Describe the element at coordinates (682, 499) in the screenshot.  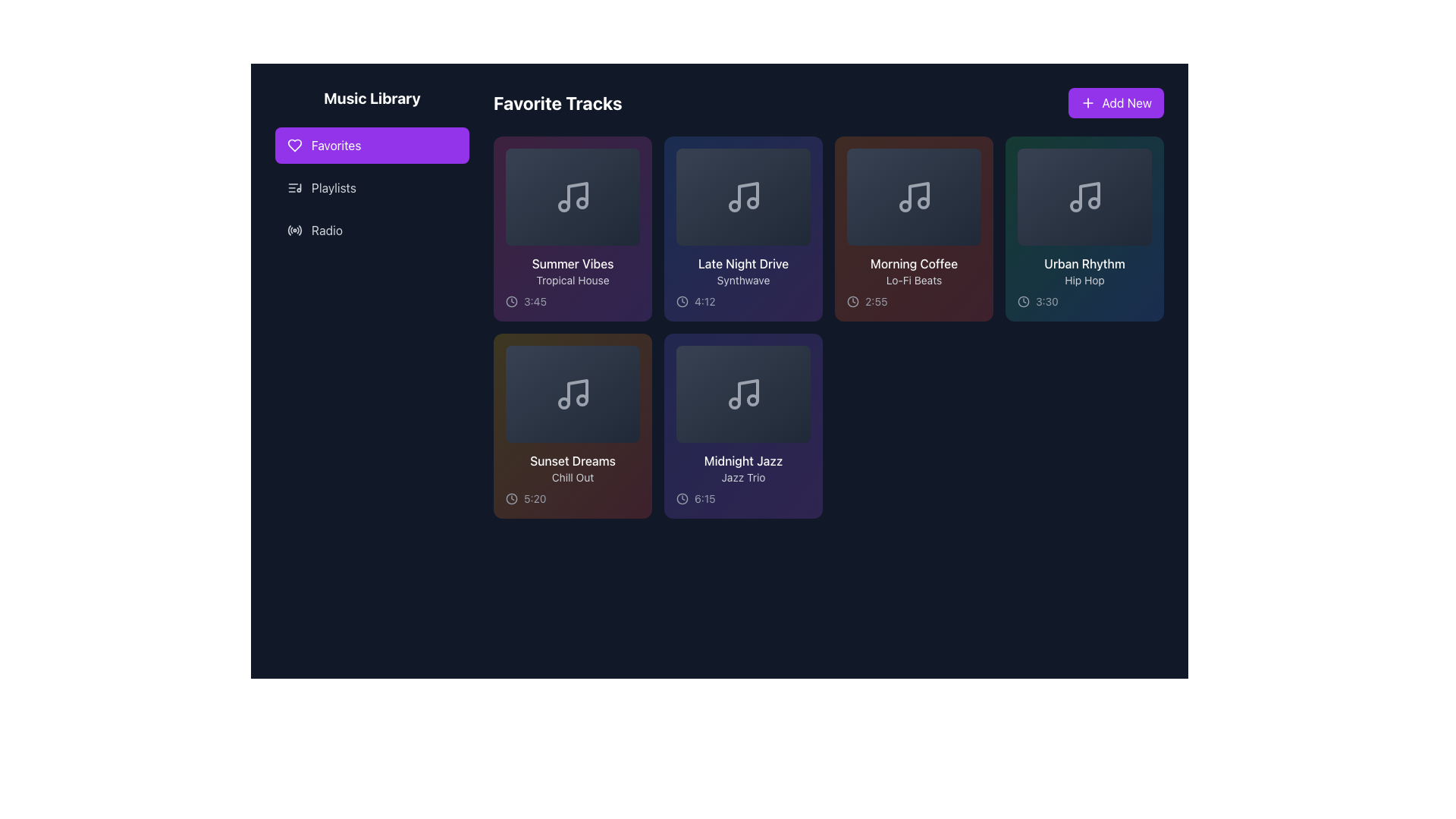
I see `Circle graphic element that visually represents part of the clock icon within the 'Midnight Jazz' track card by using developer tools` at that location.